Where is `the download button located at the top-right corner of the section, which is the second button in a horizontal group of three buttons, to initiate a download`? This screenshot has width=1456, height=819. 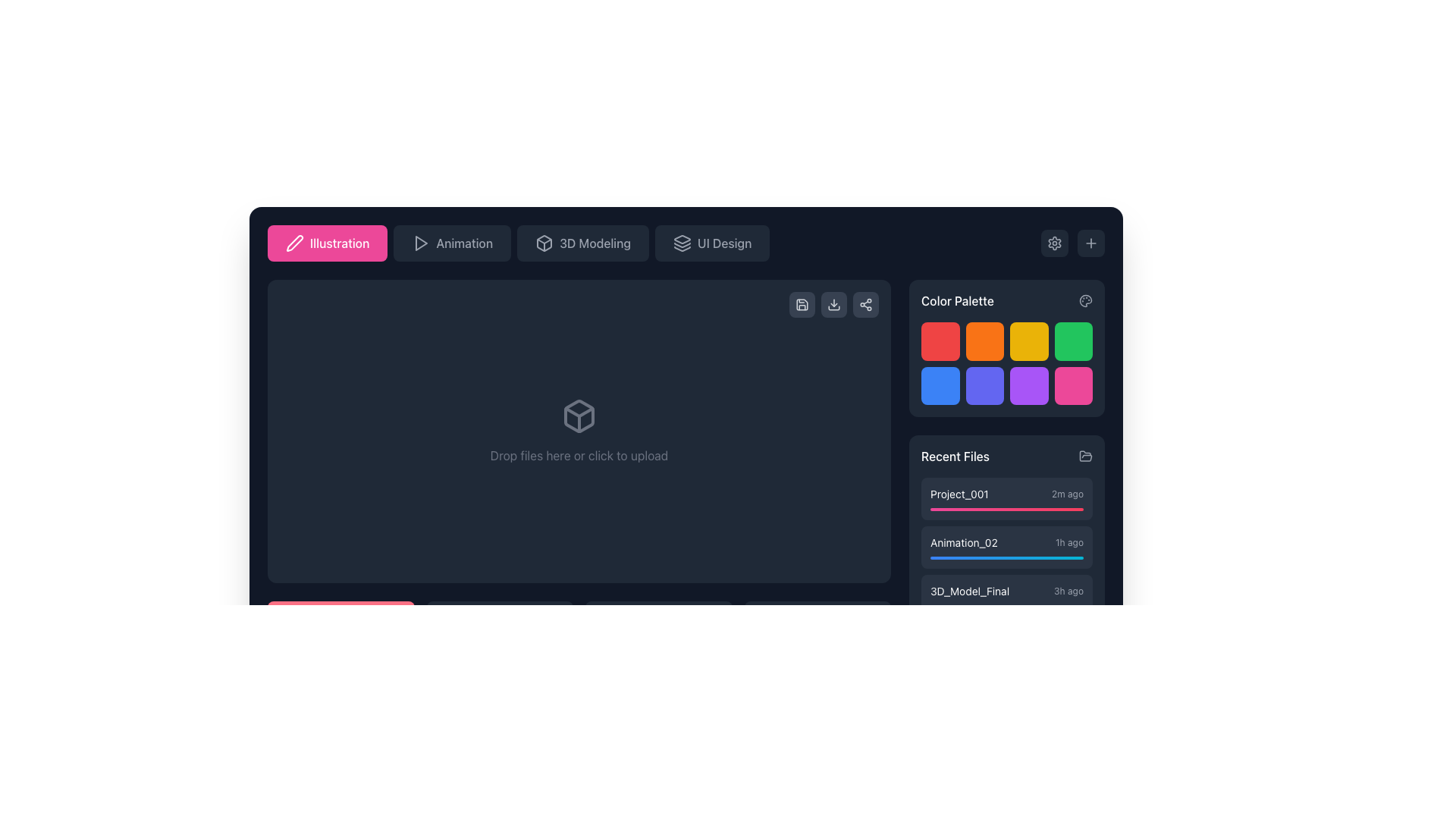 the download button located at the top-right corner of the section, which is the second button in a horizontal group of three buttons, to initiate a download is located at coordinates (833, 304).